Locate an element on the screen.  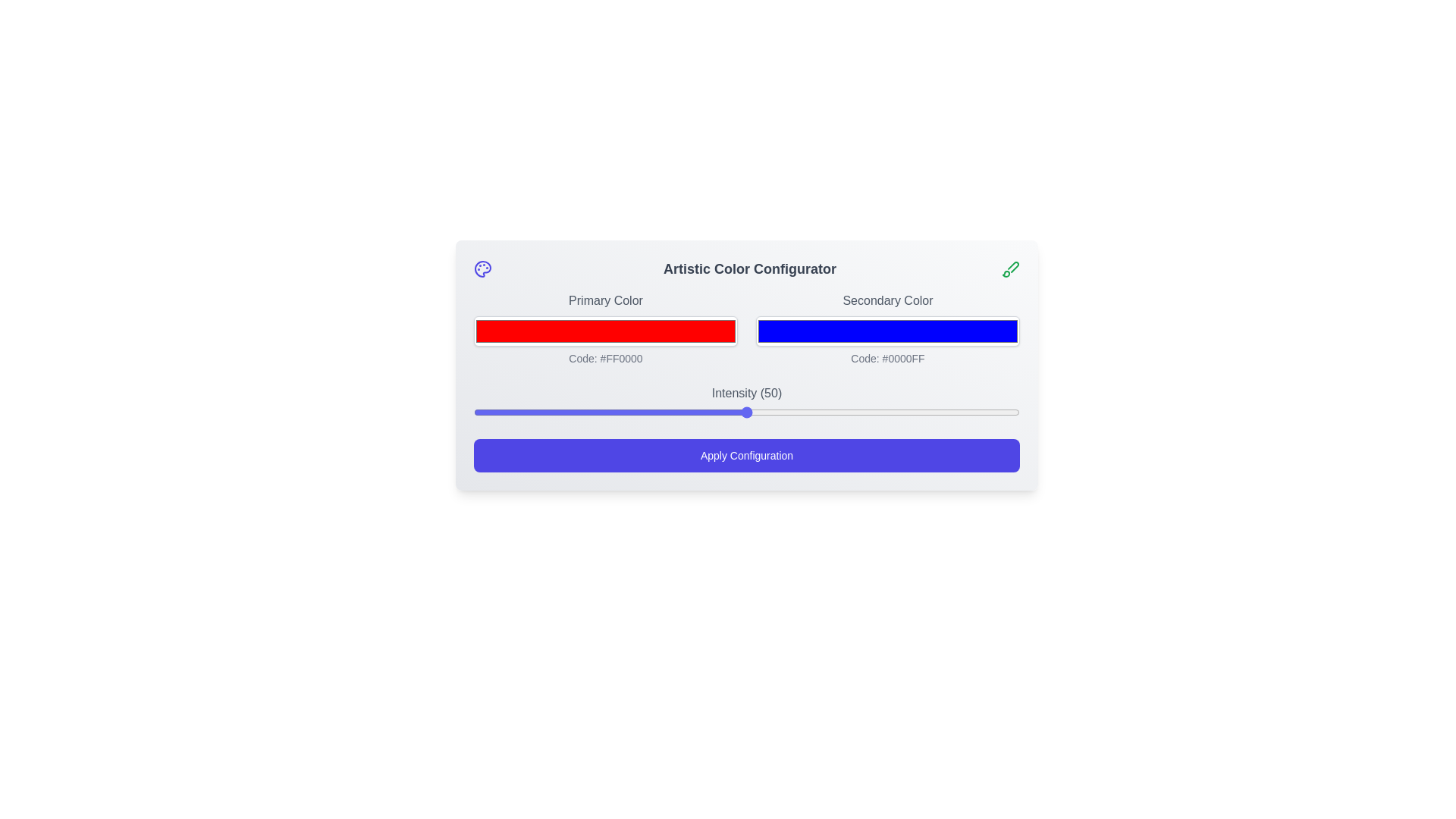
the secondary color input field to open the color picker is located at coordinates (888, 330).